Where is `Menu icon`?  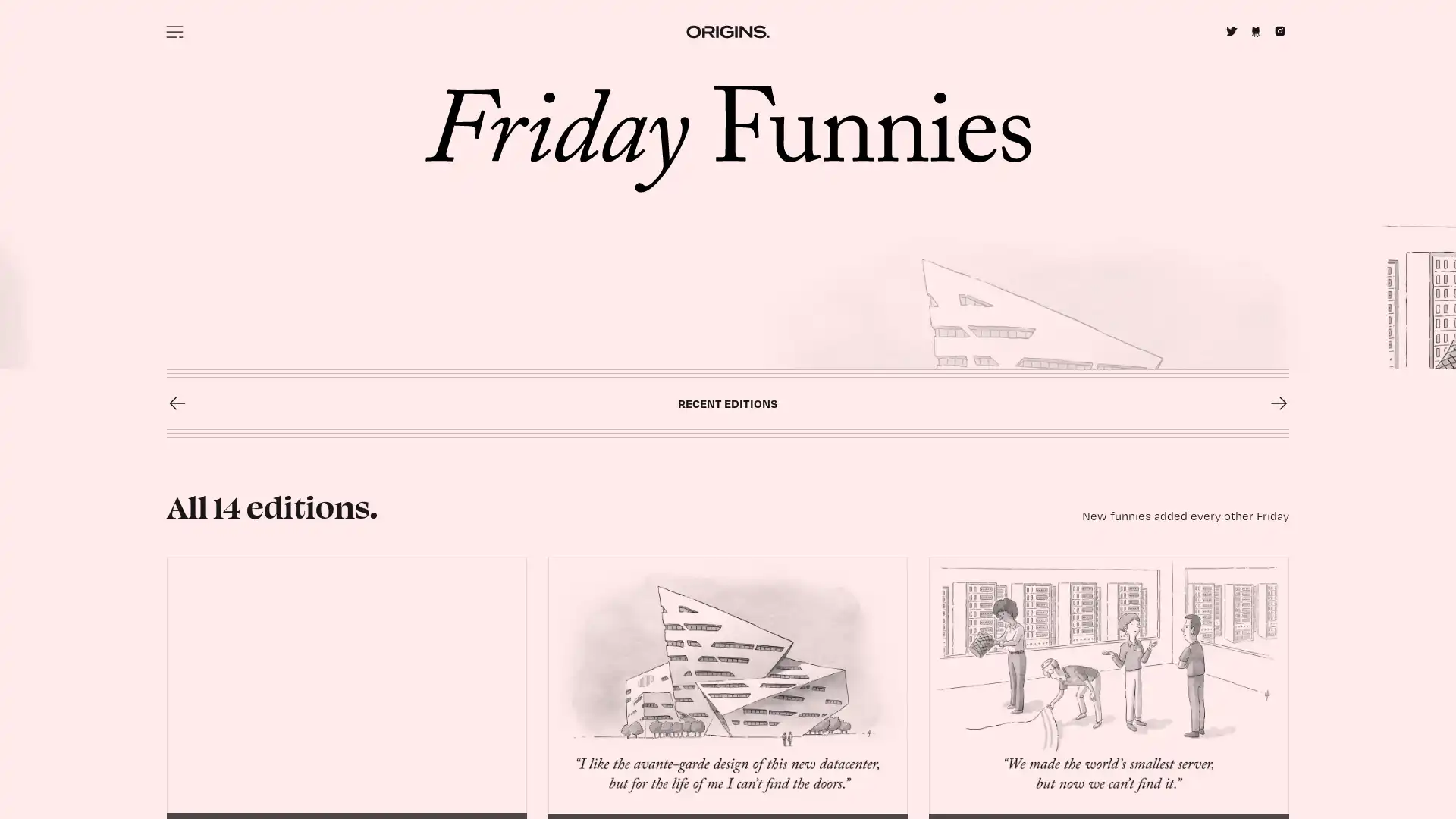
Menu icon is located at coordinates (174, 32).